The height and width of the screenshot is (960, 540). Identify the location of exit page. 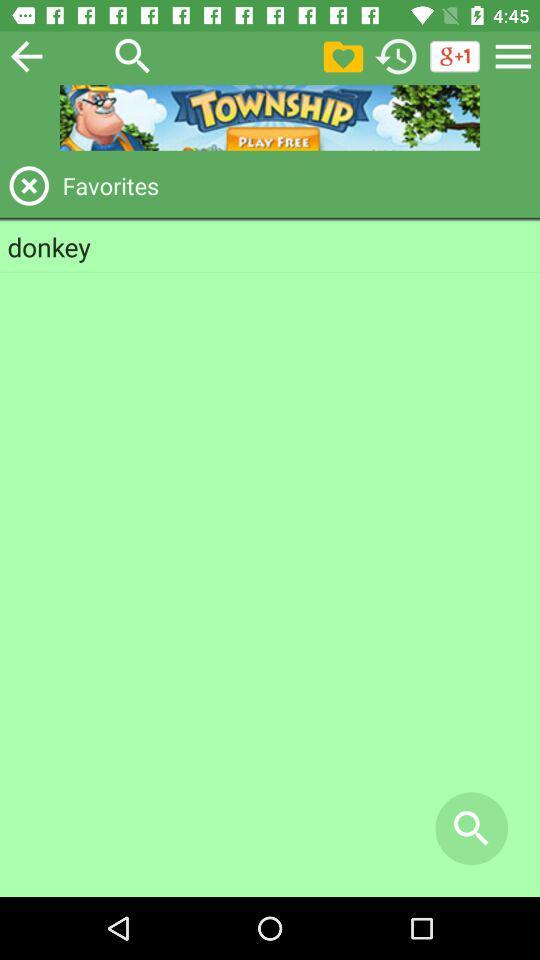
(28, 185).